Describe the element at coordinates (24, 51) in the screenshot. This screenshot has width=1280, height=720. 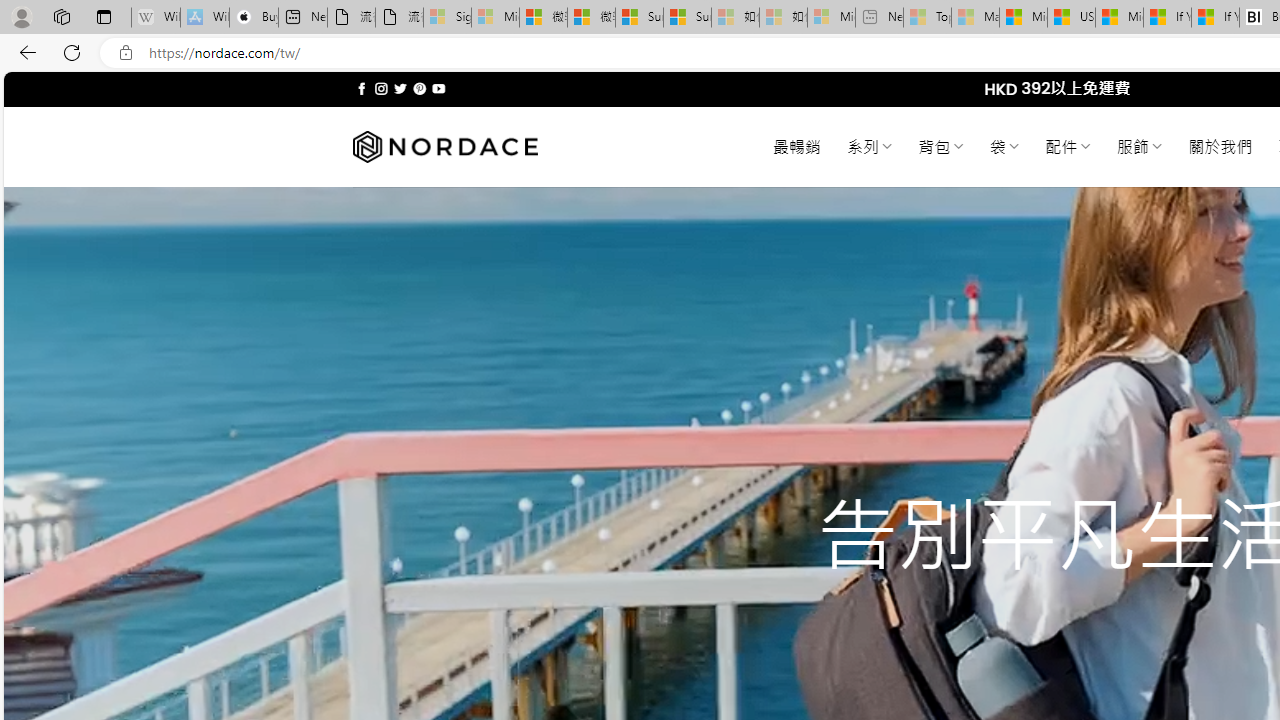
I see `'Back'` at that location.